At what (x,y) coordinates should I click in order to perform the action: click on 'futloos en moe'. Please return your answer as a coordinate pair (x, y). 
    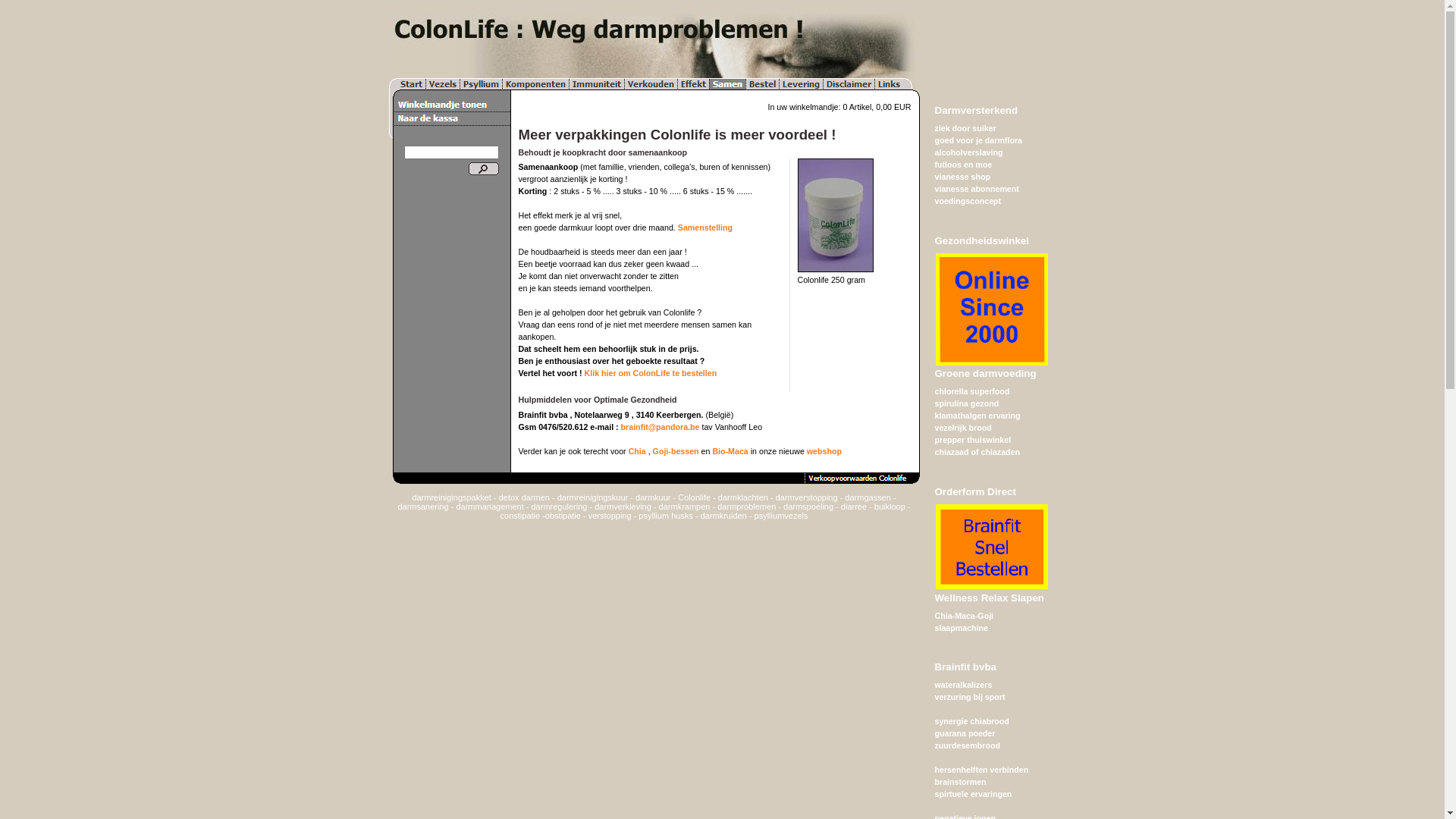
    Looking at the image, I should click on (934, 164).